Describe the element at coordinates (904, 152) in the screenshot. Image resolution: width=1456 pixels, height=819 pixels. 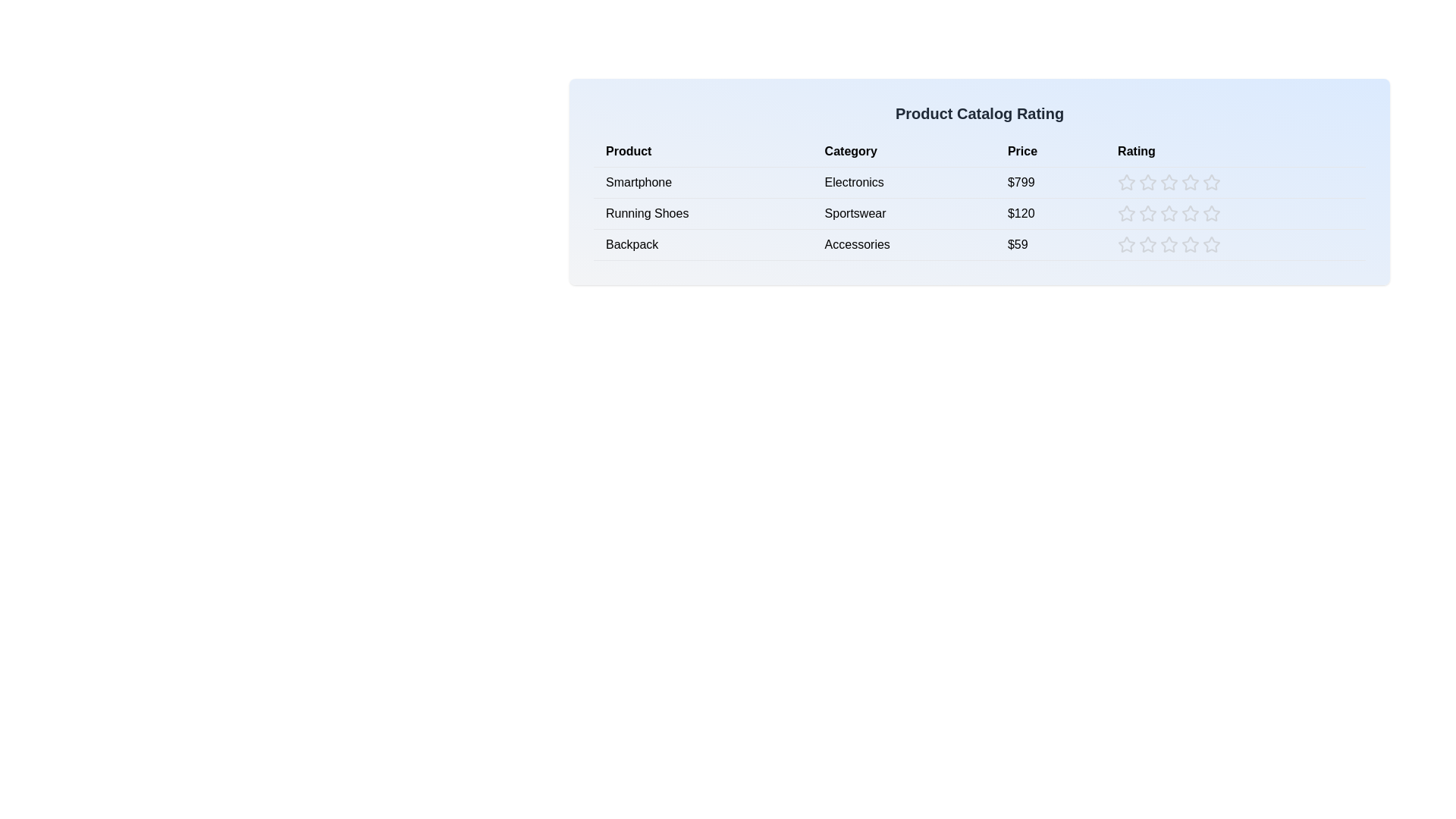
I see `the Category column header to sort the table by that column` at that location.